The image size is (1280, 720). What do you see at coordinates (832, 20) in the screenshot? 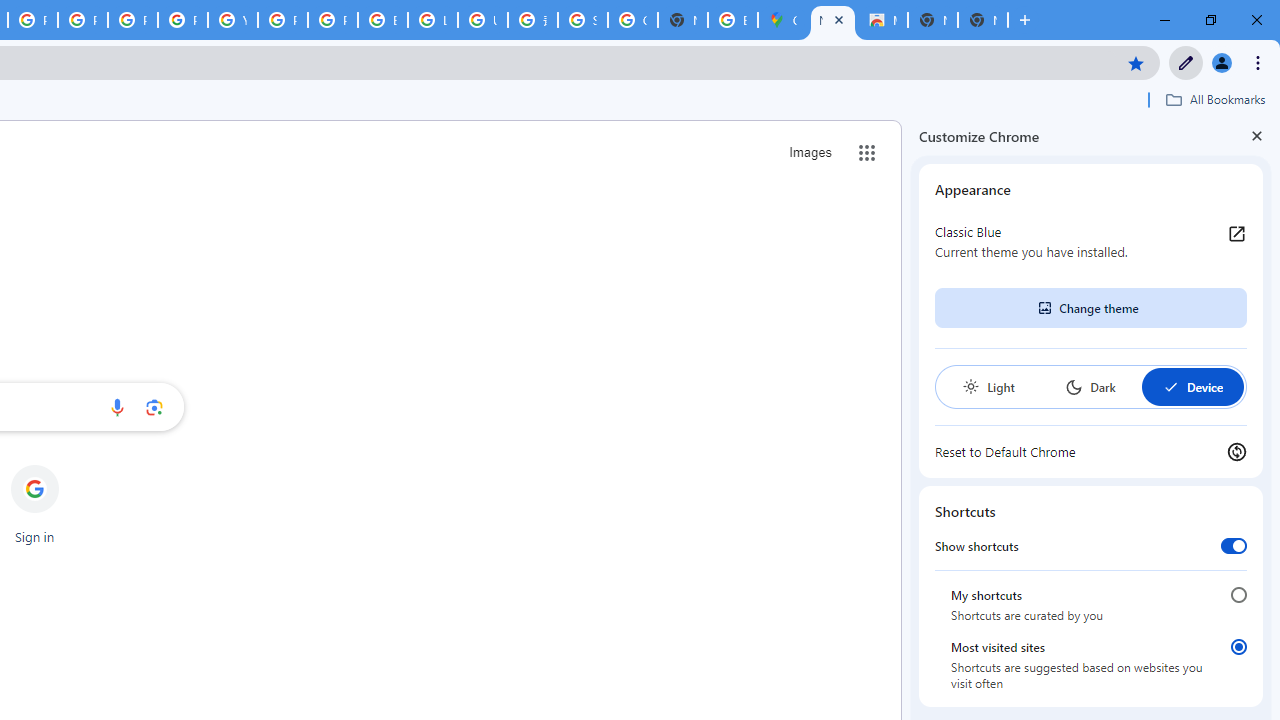
I see `'New Tab'` at bounding box center [832, 20].